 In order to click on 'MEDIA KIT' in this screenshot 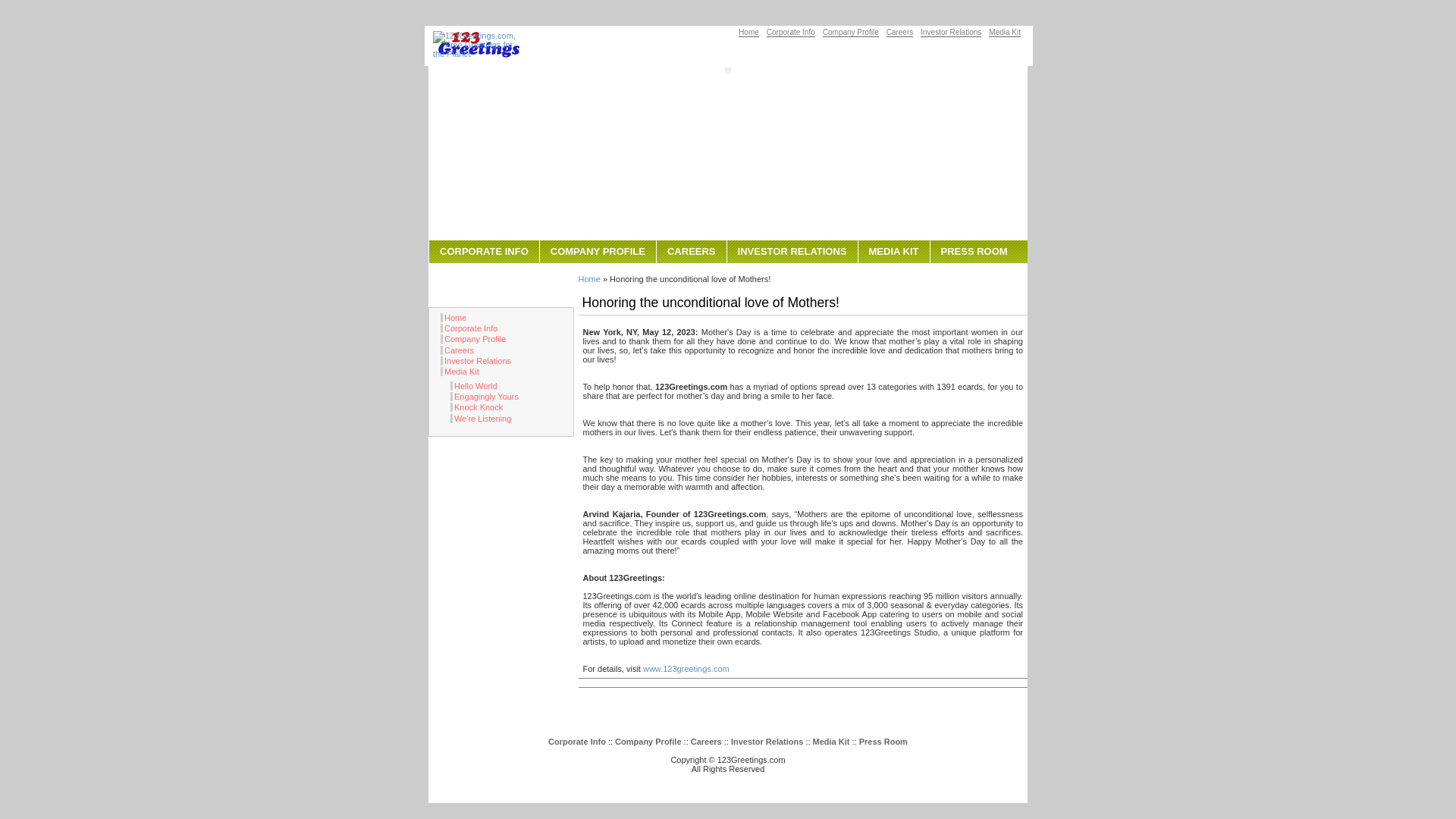, I will do `click(893, 250)`.